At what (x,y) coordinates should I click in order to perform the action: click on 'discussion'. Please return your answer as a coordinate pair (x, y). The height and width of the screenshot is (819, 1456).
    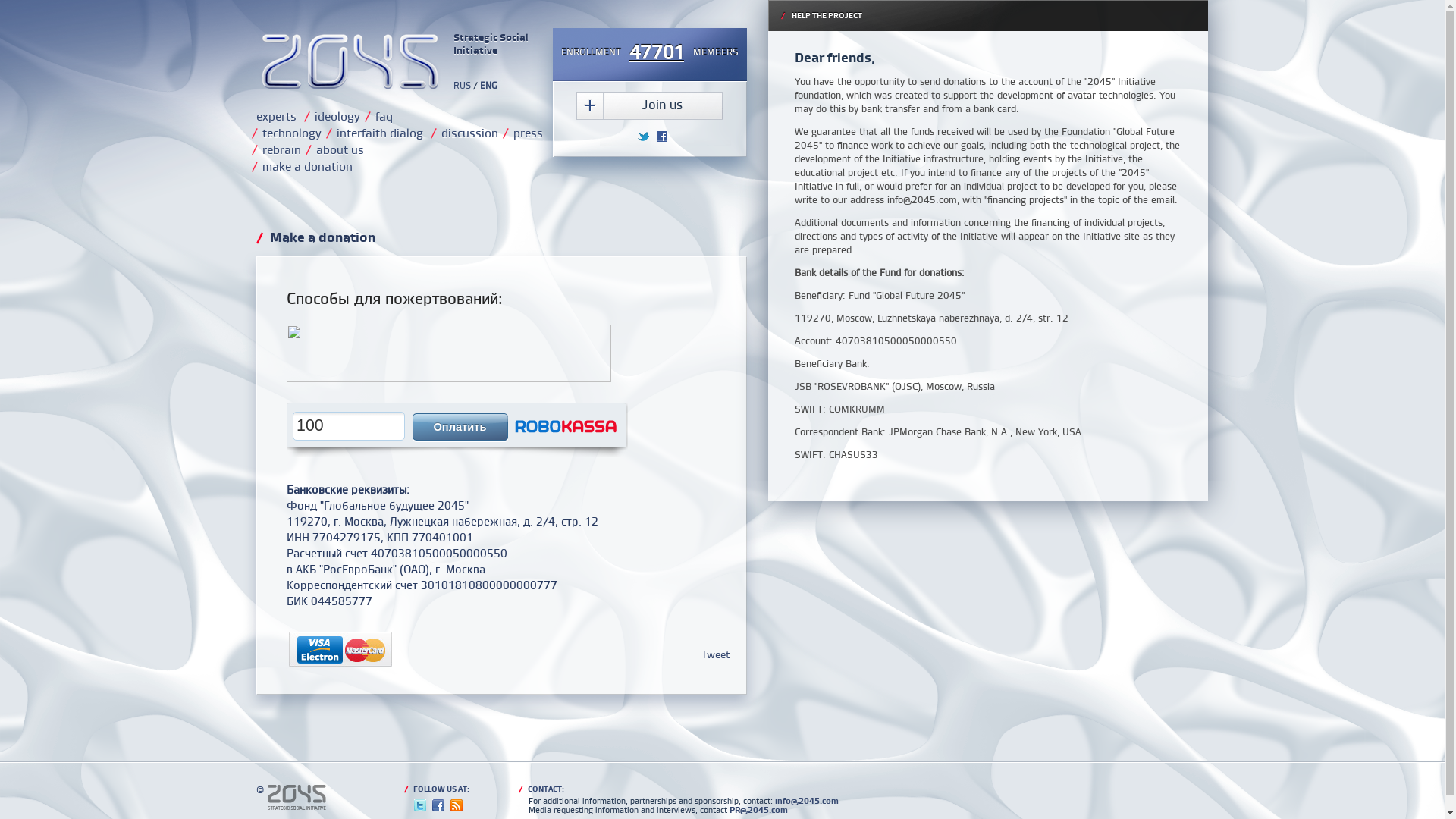
    Looking at the image, I should click on (469, 131).